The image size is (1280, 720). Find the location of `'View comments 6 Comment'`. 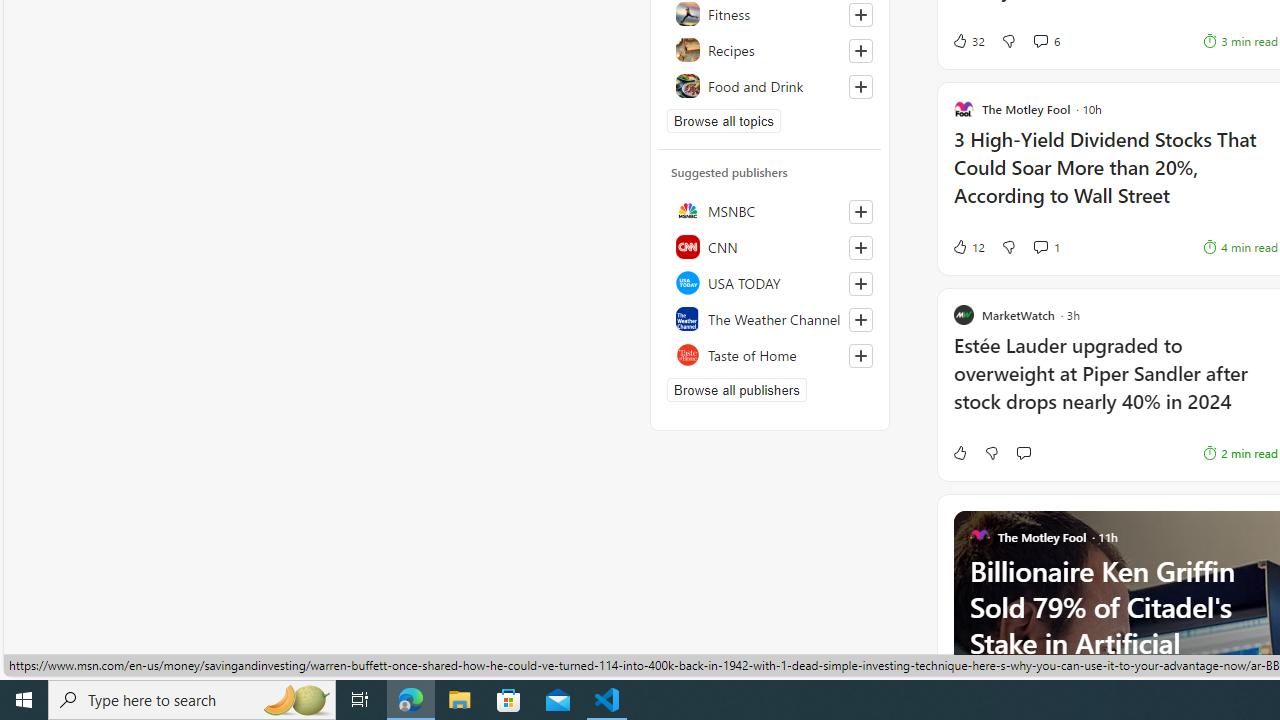

'View comments 6 Comment' is located at coordinates (1040, 41).